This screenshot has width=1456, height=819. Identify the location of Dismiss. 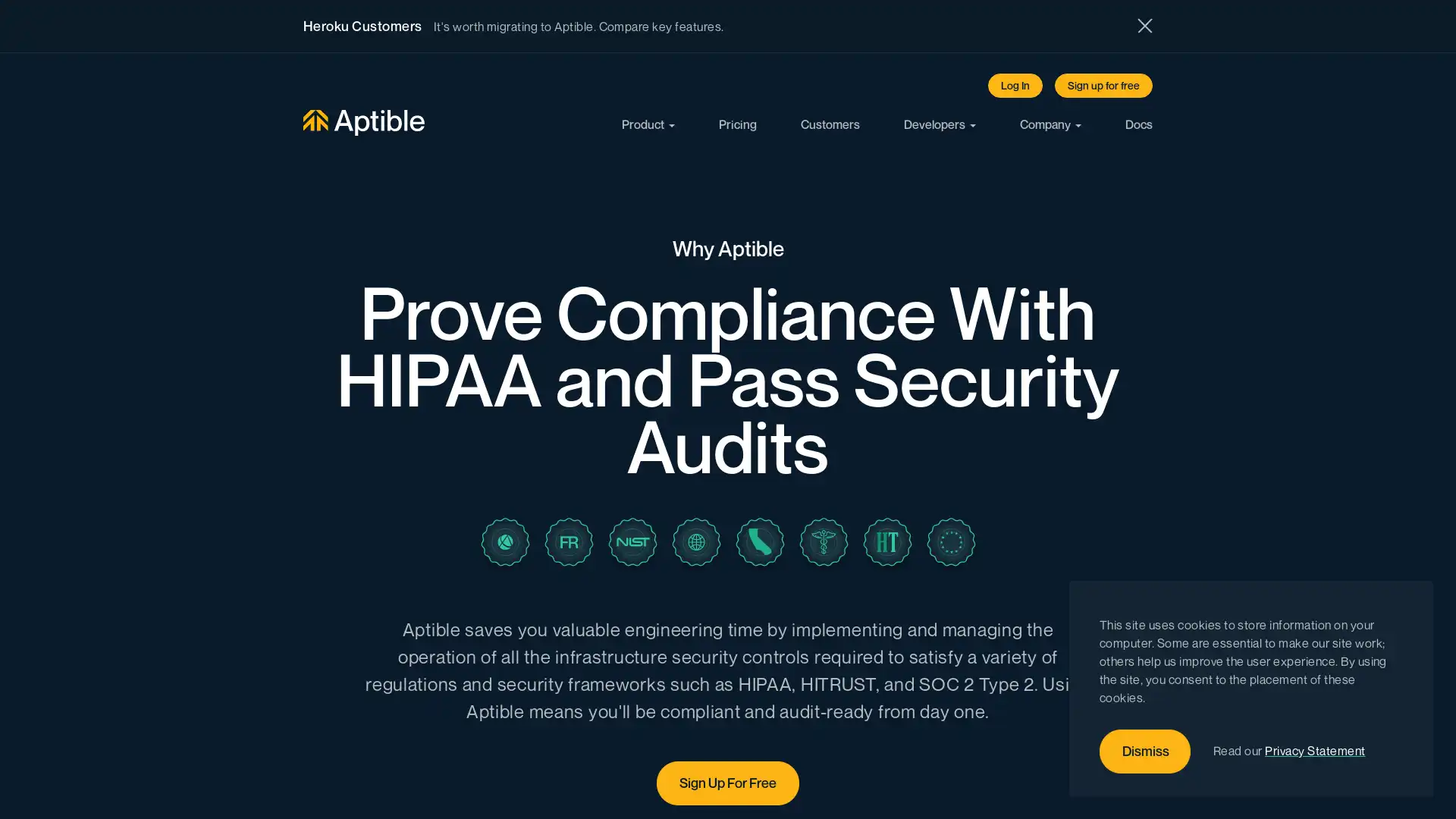
(1145, 752).